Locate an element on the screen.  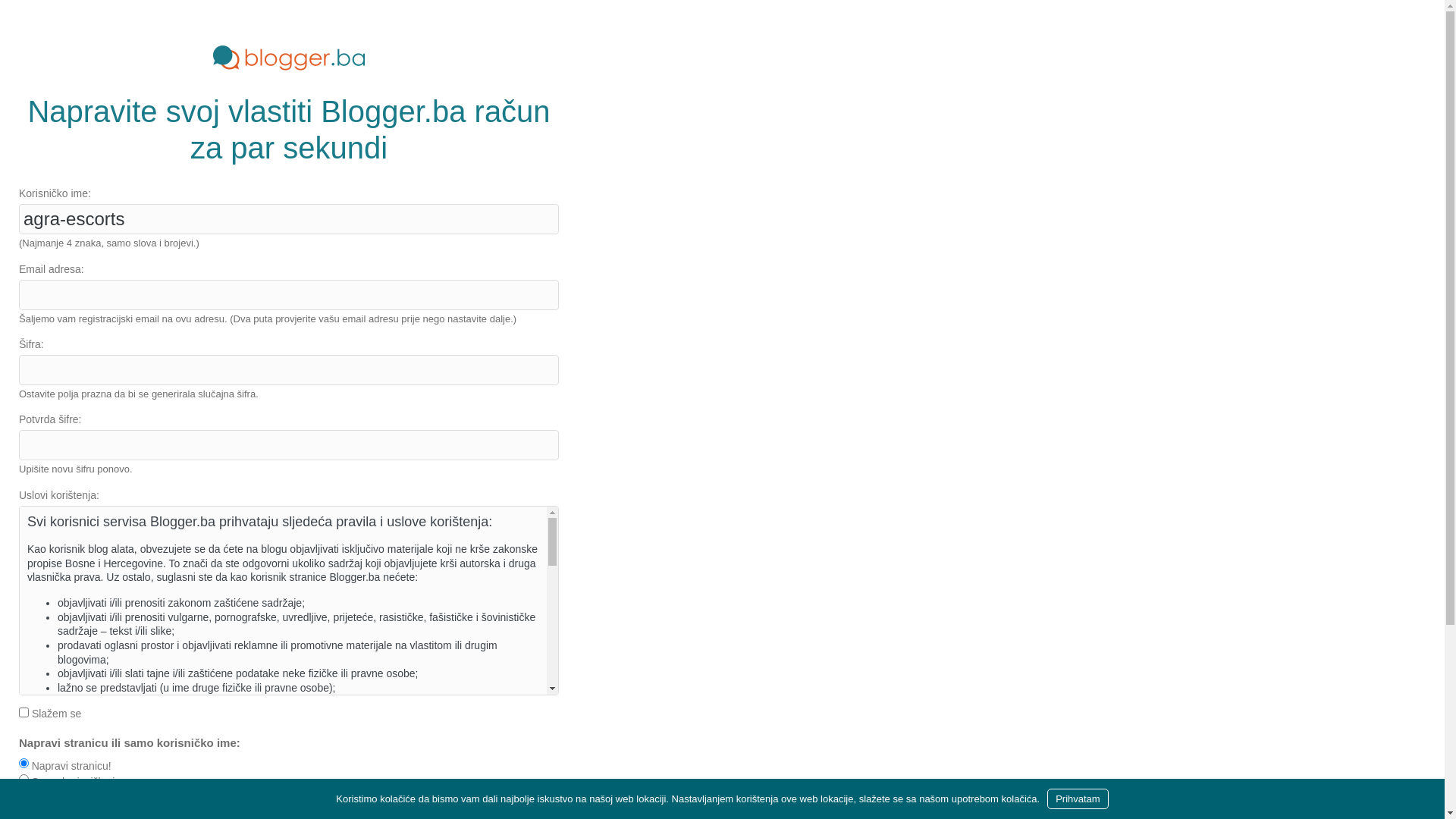
'Prihvatam' is located at coordinates (1046, 798).